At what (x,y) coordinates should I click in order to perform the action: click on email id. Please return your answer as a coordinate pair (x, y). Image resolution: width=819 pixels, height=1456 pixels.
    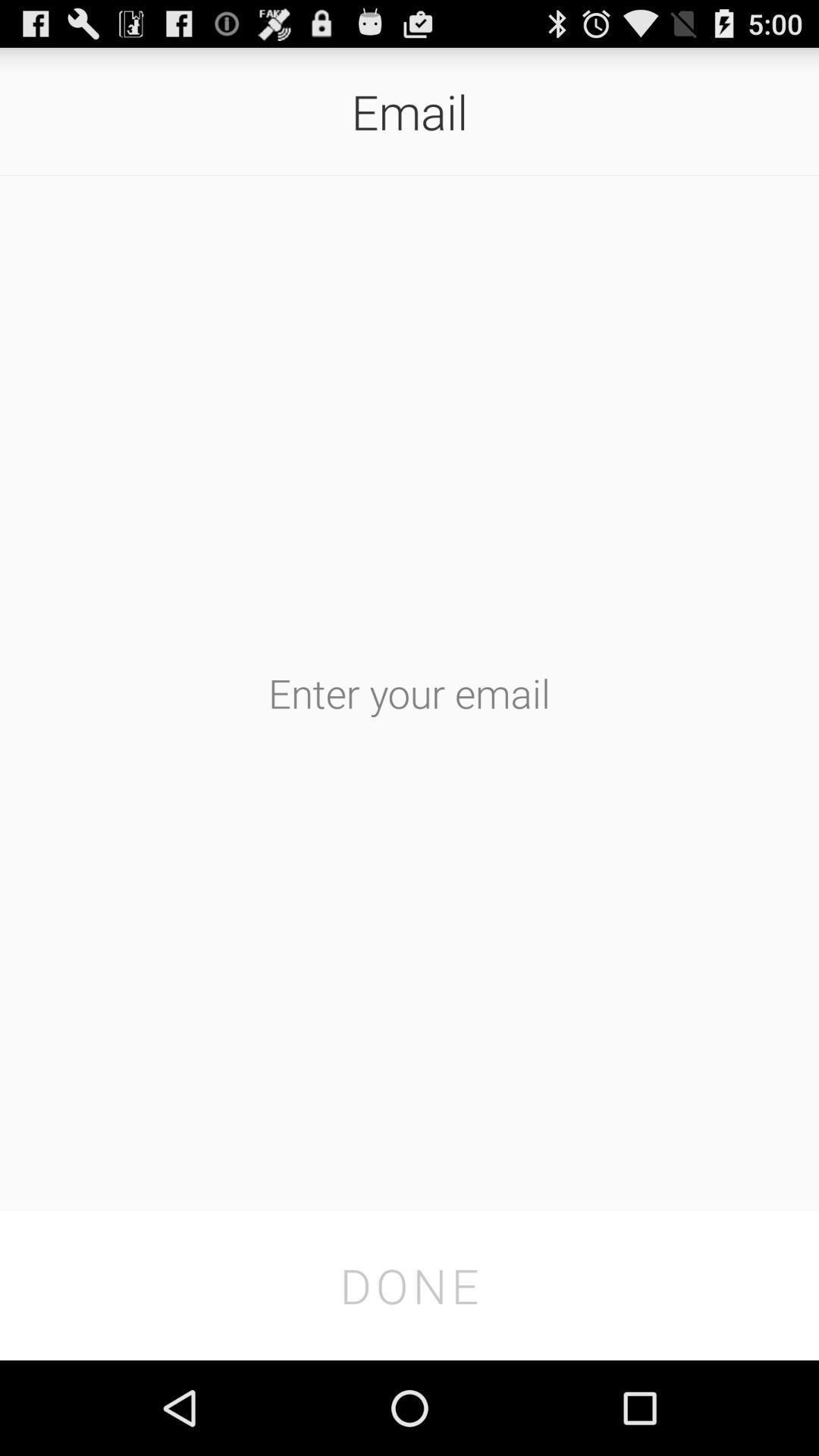
    Looking at the image, I should click on (409, 692).